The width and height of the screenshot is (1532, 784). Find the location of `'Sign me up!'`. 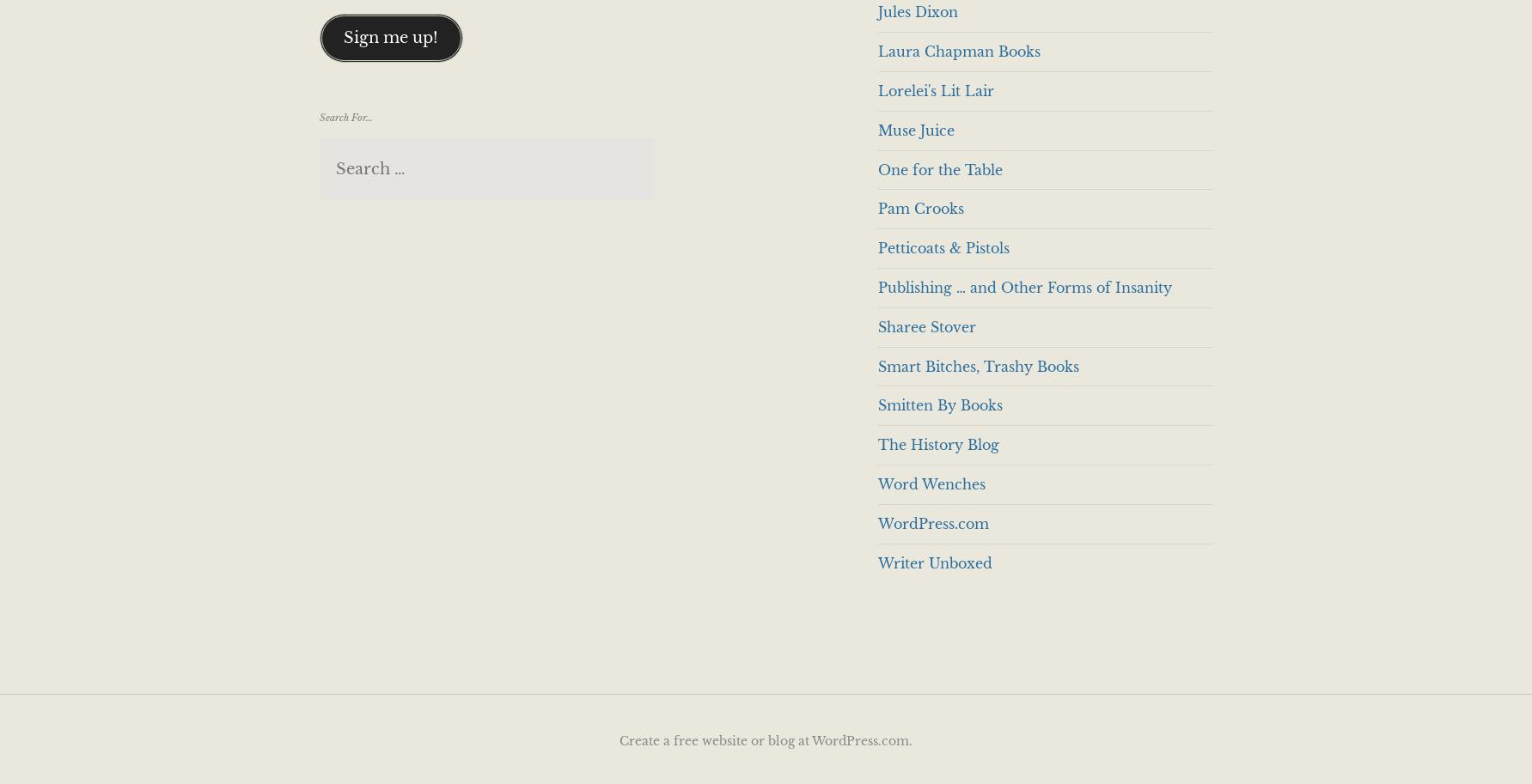

'Sign me up!' is located at coordinates (343, 36).